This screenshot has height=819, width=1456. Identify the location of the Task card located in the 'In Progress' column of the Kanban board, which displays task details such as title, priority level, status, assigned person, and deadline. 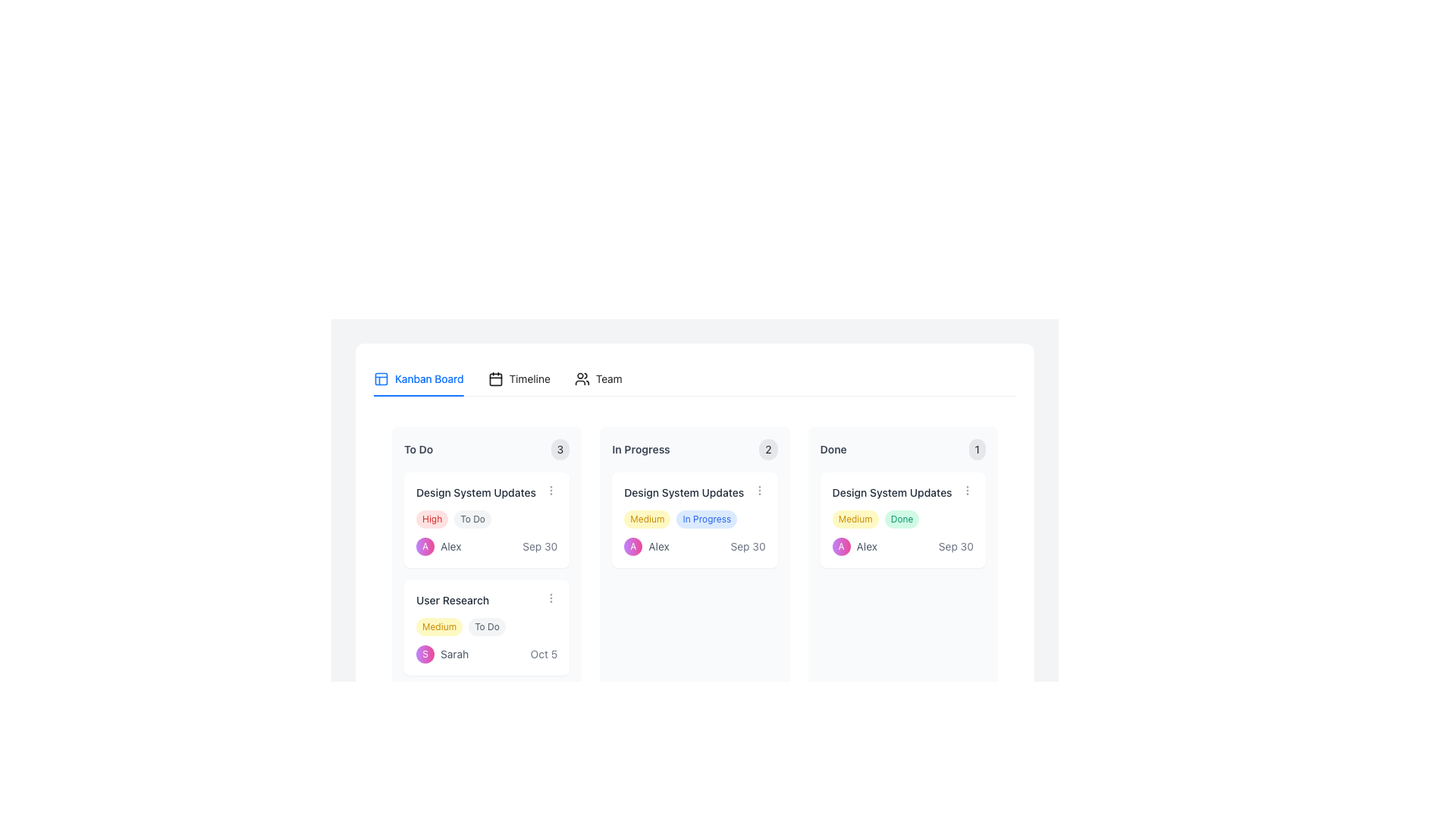
(694, 563).